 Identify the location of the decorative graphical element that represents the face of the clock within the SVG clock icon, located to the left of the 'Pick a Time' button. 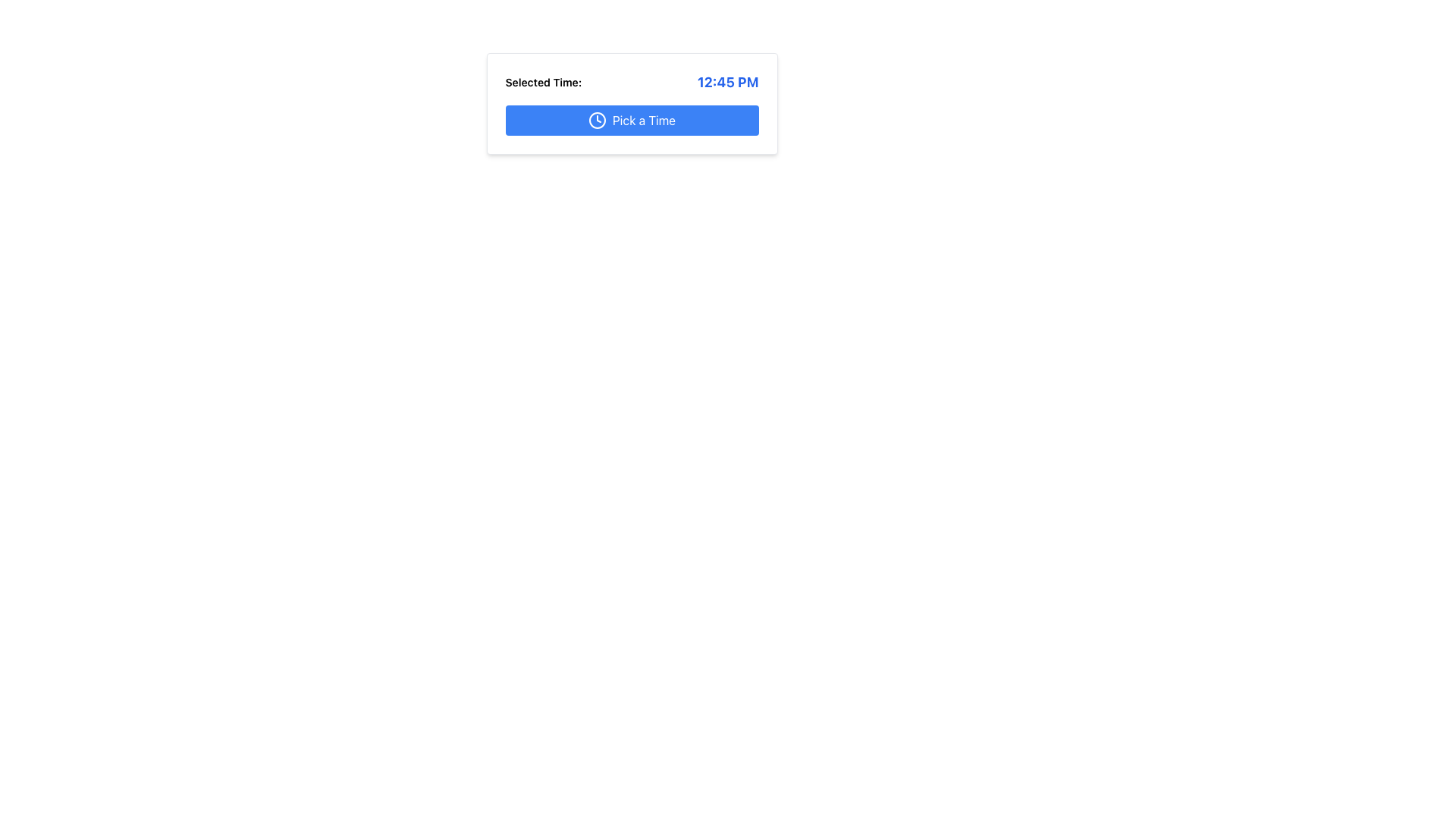
(596, 119).